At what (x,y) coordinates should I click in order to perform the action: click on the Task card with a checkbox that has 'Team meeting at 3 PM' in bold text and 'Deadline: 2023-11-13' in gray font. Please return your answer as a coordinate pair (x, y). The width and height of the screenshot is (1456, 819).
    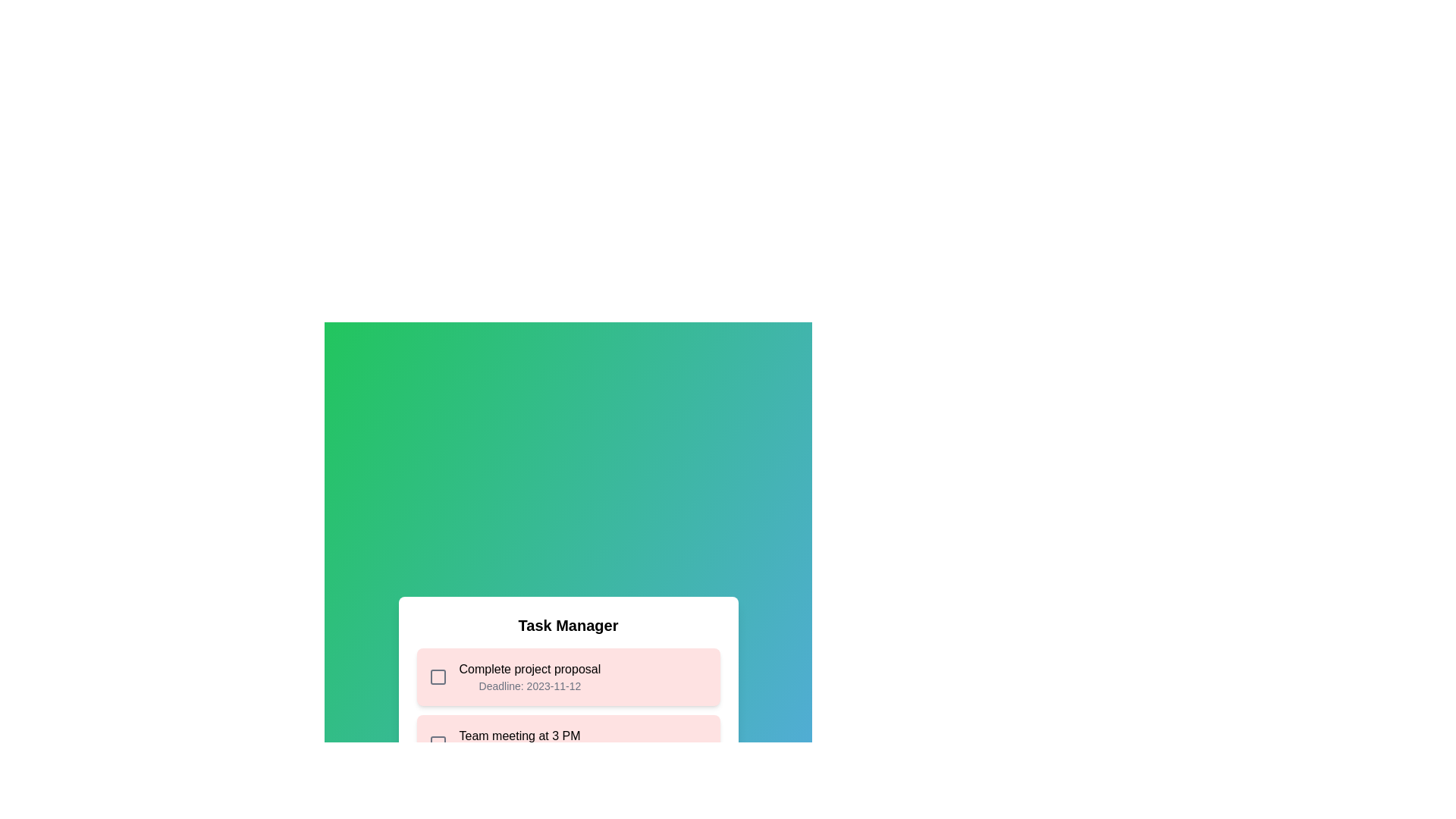
    Looking at the image, I should click on (567, 742).